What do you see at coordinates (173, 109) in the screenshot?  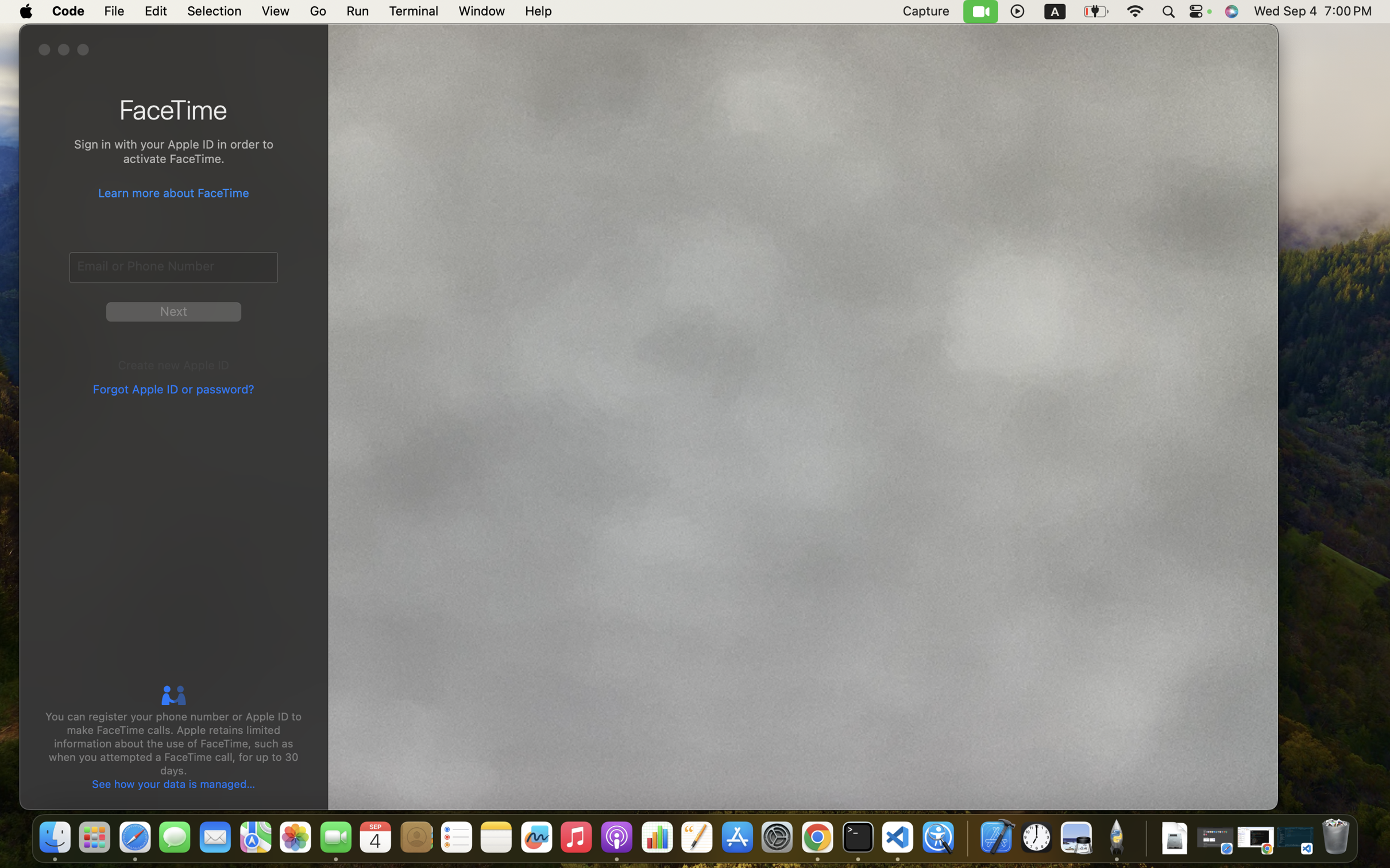 I see `'FaceTime'` at bounding box center [173, 109].